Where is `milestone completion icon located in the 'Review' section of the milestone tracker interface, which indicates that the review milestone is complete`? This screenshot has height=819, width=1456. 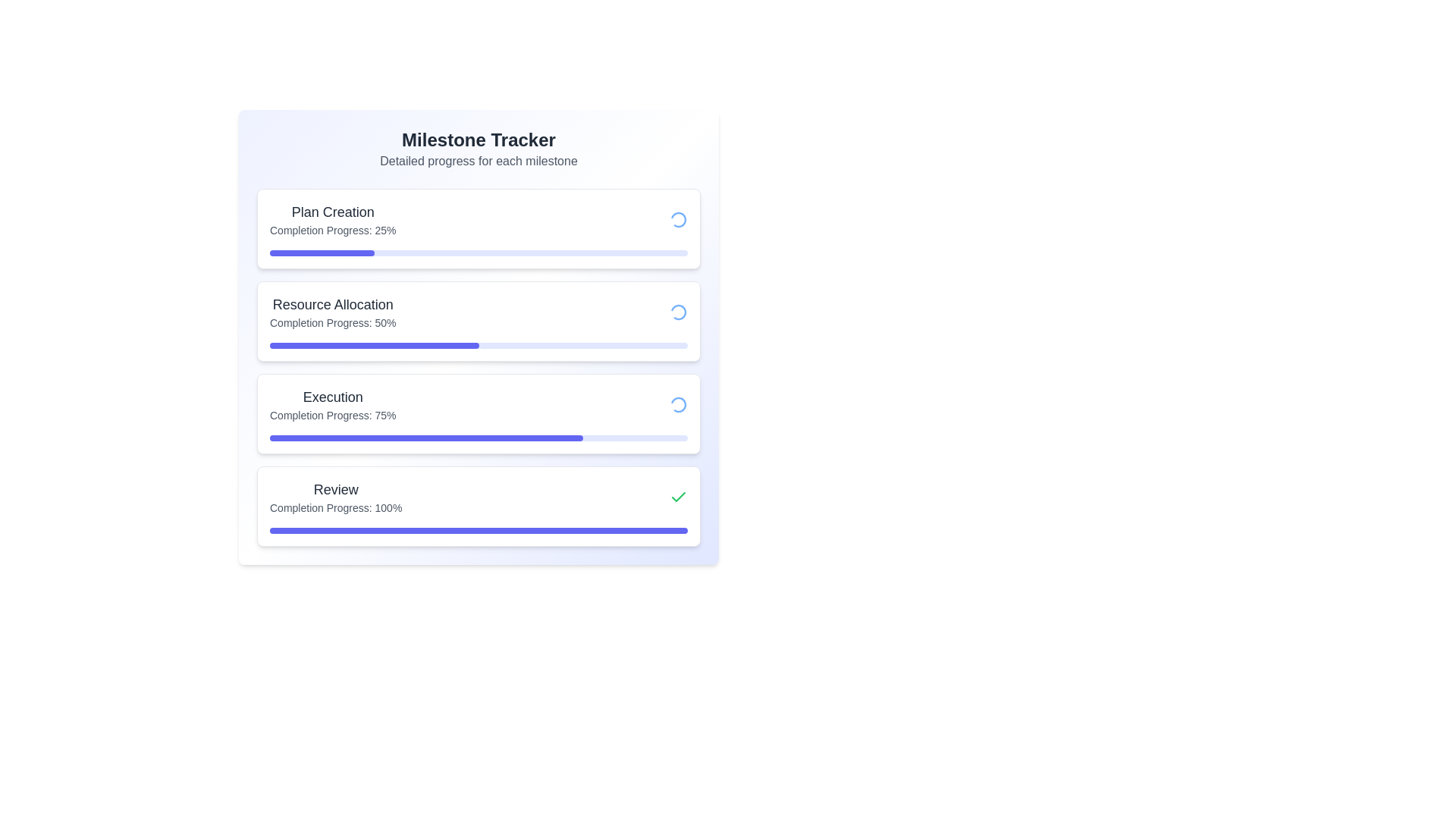 milestone completion icon located in the 'Review' section of the milestone tracker interface, which indicates that the review milestone is complete is located at coordinates (677, 497).